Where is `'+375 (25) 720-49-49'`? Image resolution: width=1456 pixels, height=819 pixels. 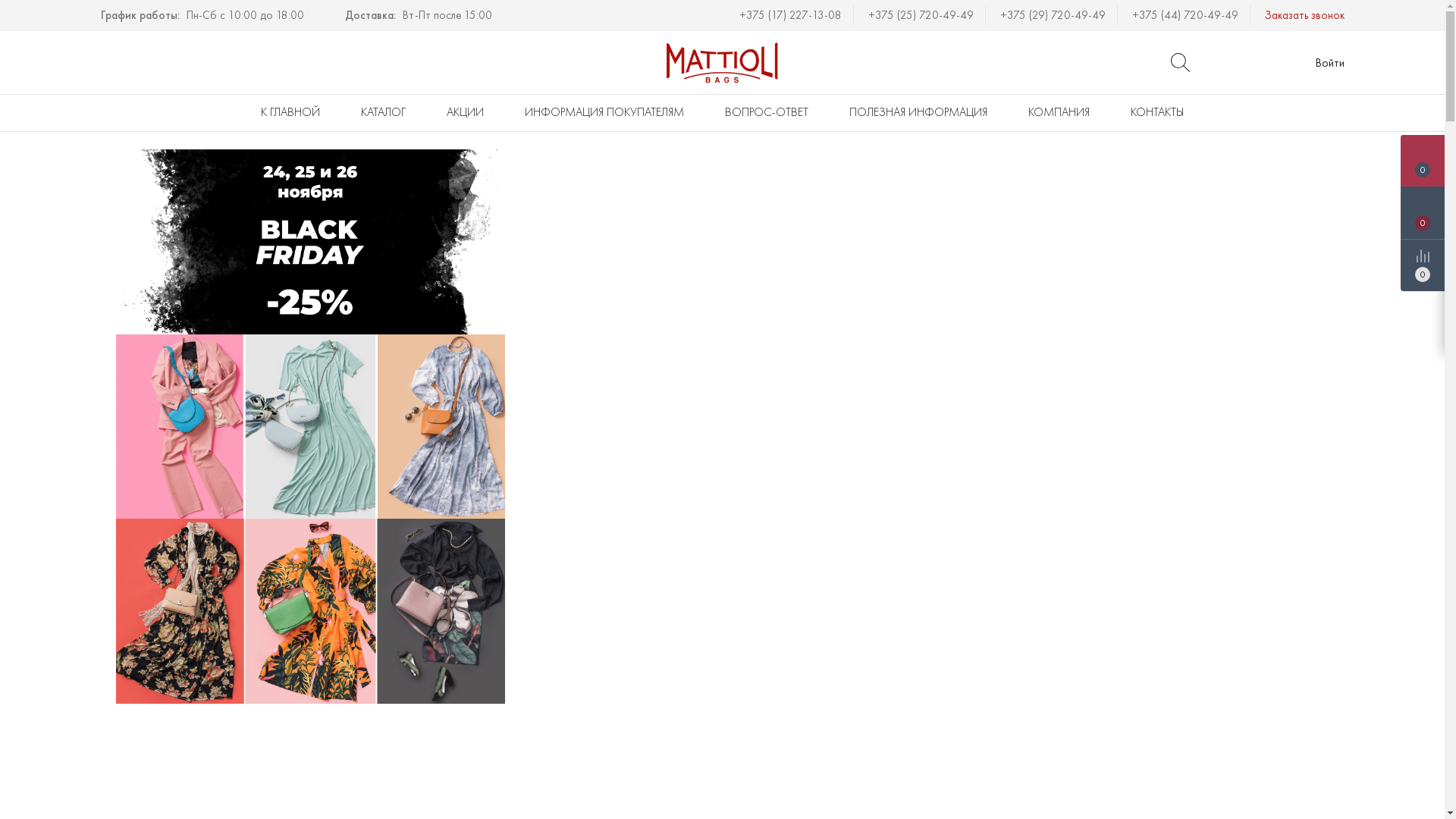 '+375 (25) 720-49-49' is located at coordinates (867, 15).